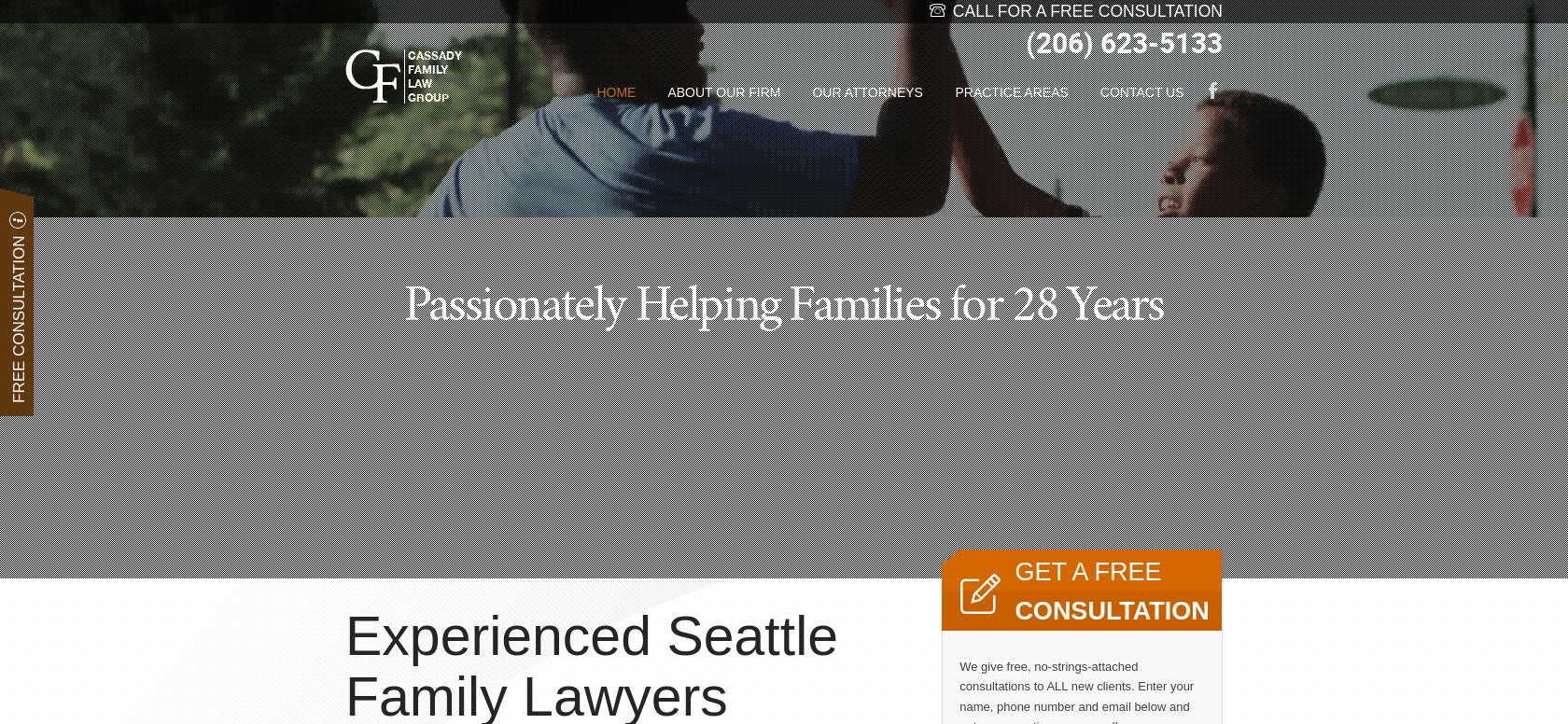 The image size is (1568, 724). I want to click on 'Get a free', so click(1014, 571).